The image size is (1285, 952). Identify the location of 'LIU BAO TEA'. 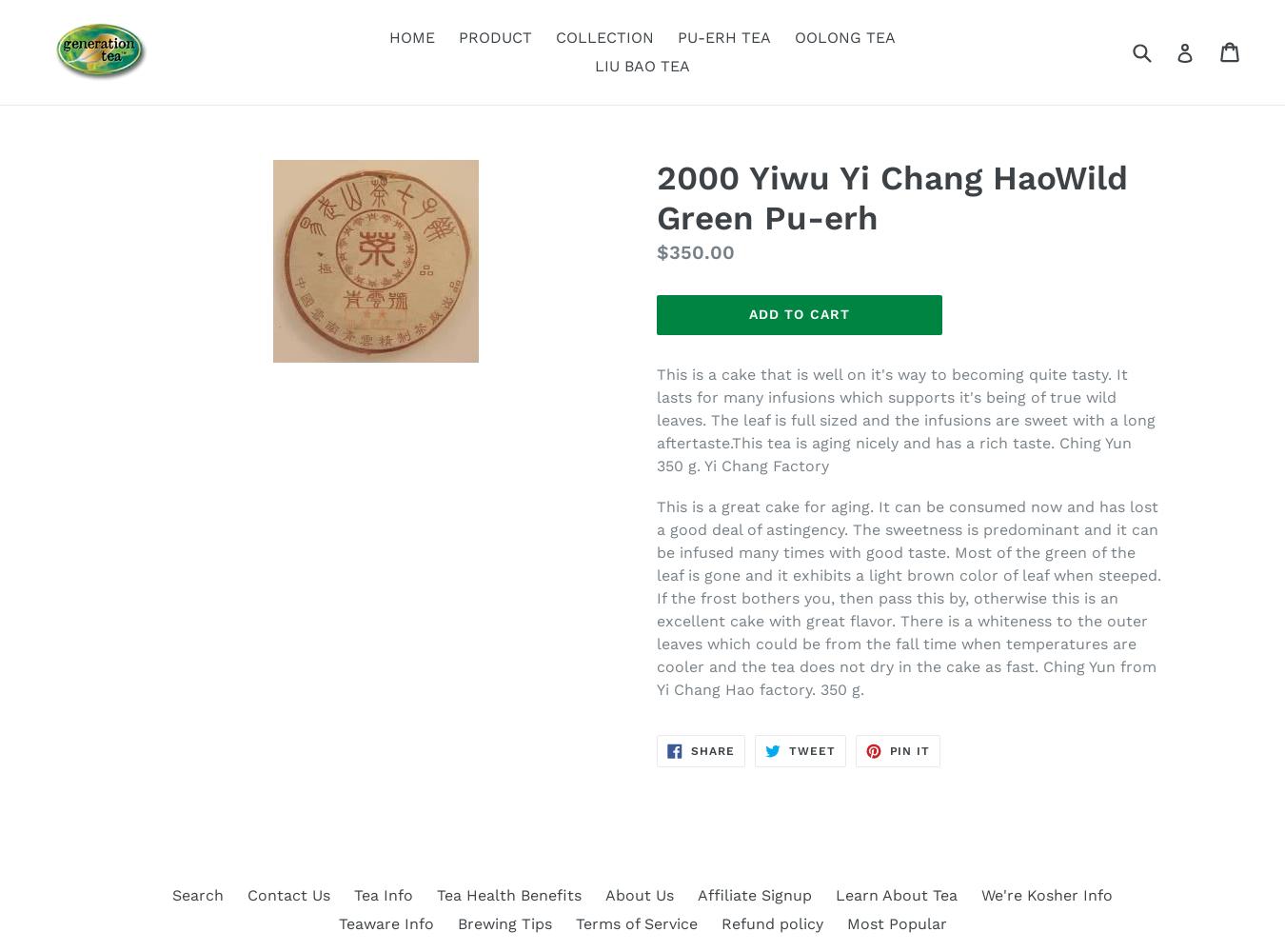
(642, 65).